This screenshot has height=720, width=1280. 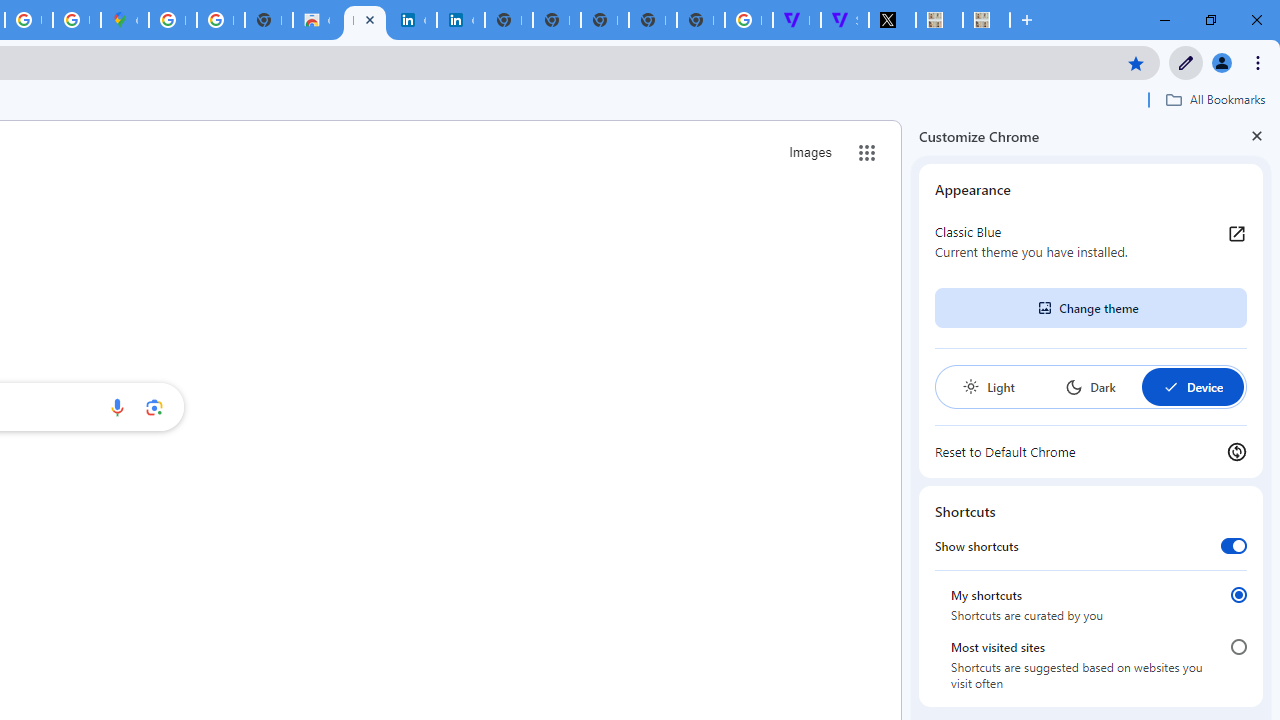 I want to click on 'Cookie Policy | LinkedIn', so click(x=411, y=20).